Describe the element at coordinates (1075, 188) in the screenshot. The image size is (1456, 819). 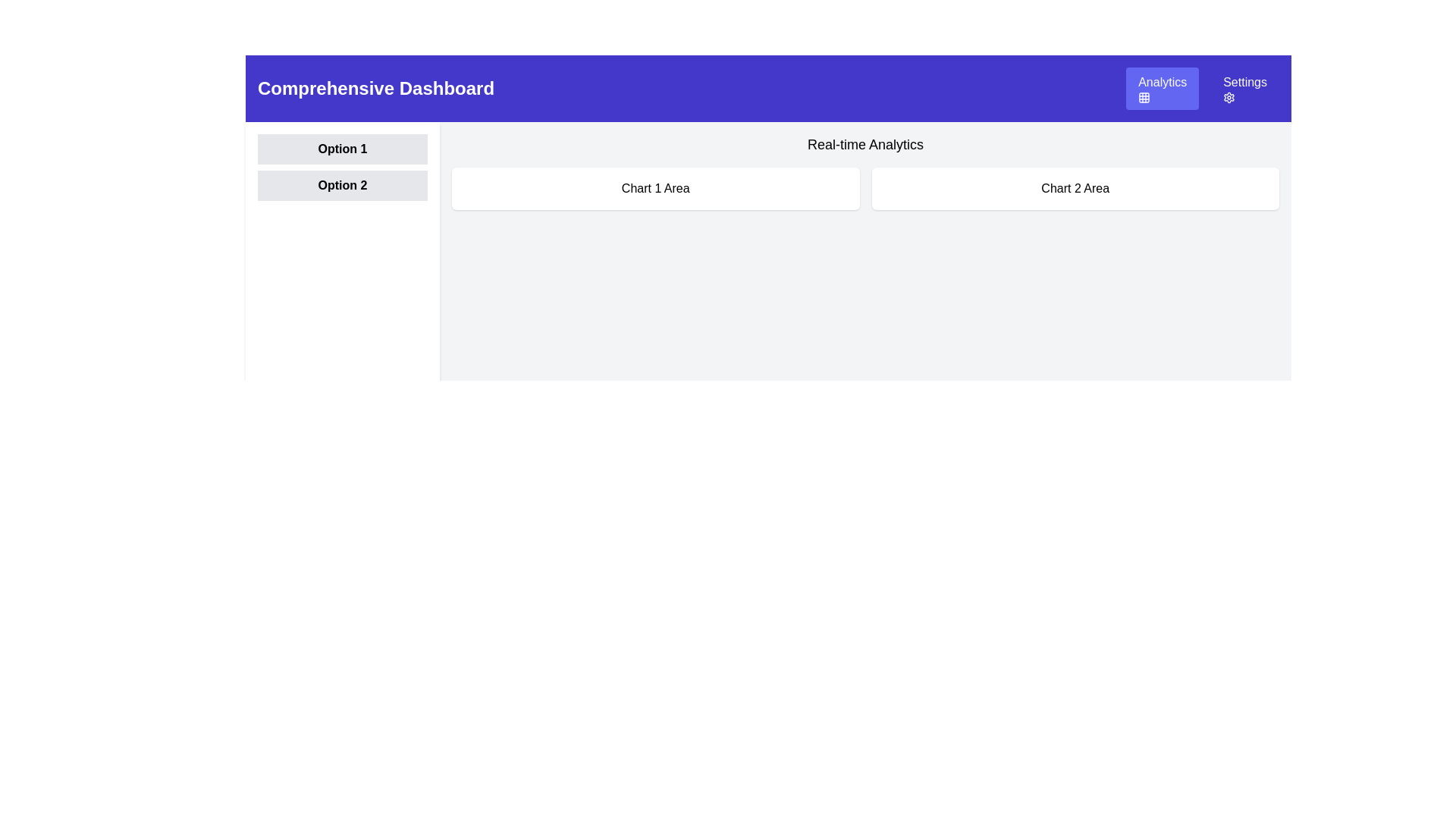
I see `title of the rectangular module with a white background and rounded corners that contains the text 'Chart 2 Area' in black, located on the right side of the layout` at that location.